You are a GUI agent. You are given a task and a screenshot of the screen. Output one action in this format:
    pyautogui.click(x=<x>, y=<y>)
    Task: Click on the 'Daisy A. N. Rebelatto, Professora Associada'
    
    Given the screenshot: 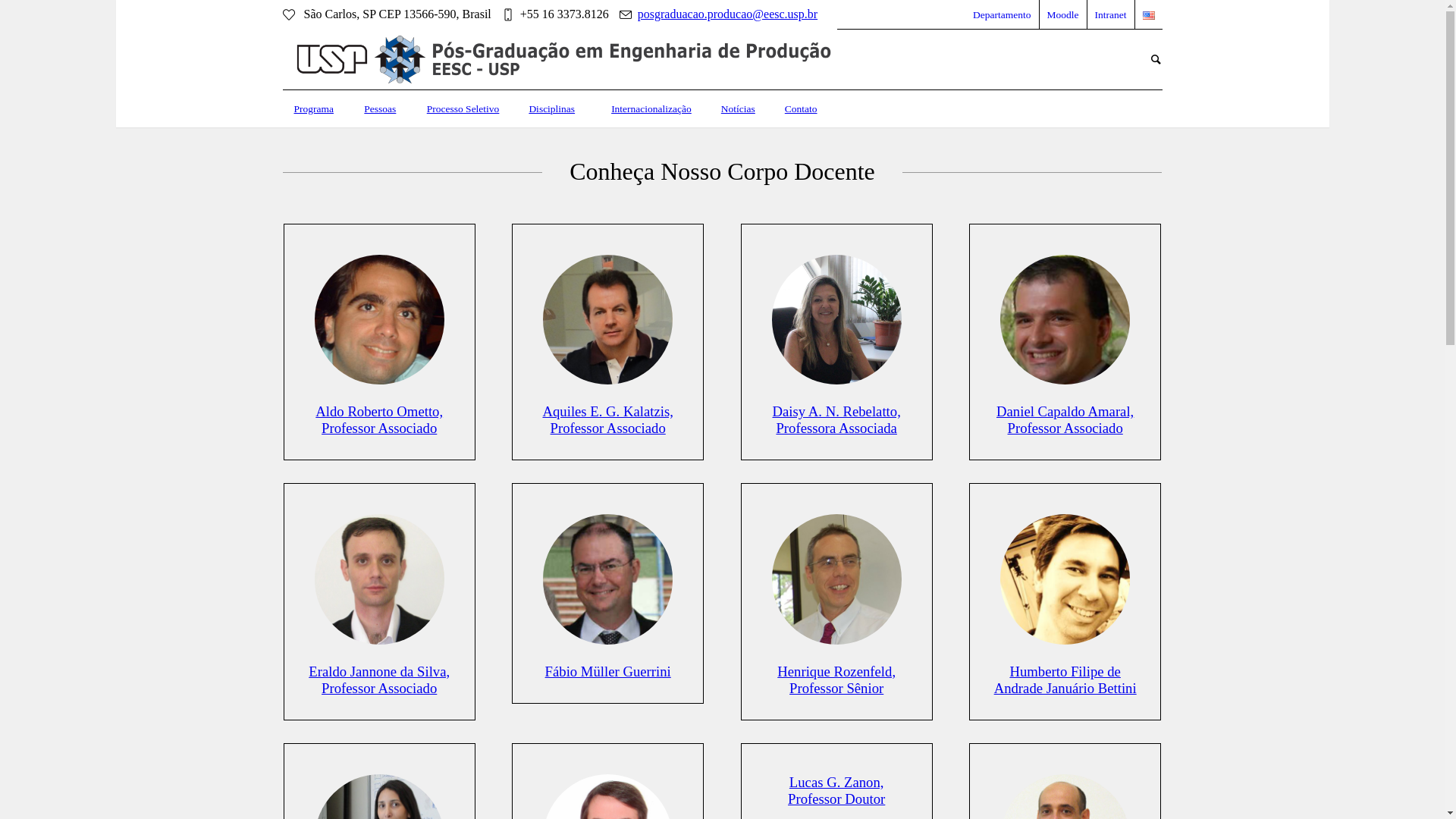 What is the action you would take?
    pyautogui.click(x=836, y=318)
    